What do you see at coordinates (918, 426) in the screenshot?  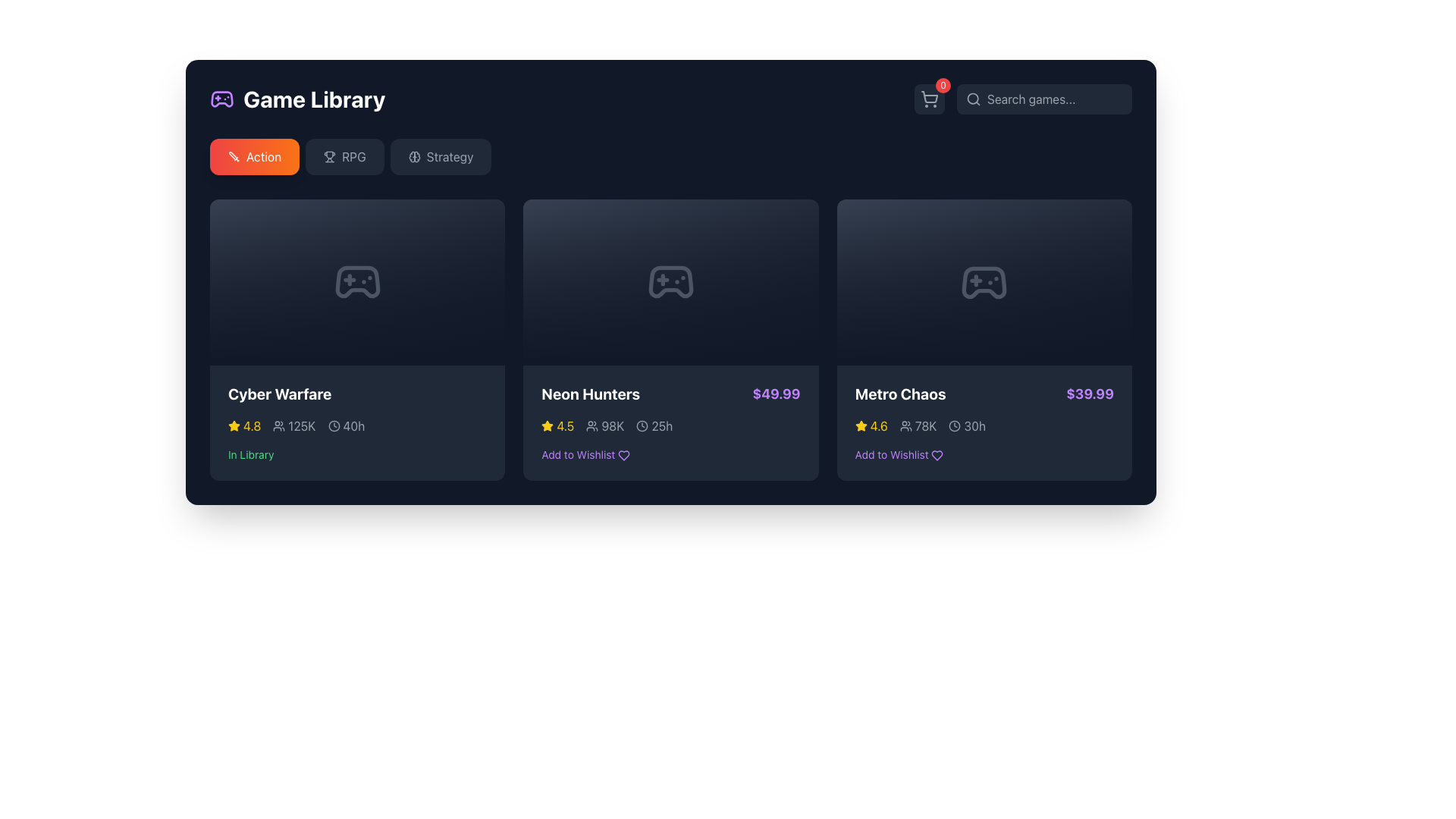 I see `displayed text from the Statistical text indicator for the 'Metro Chaos' game, positioned second in the middle row below the rating stars` at bounding box center [918, 426].